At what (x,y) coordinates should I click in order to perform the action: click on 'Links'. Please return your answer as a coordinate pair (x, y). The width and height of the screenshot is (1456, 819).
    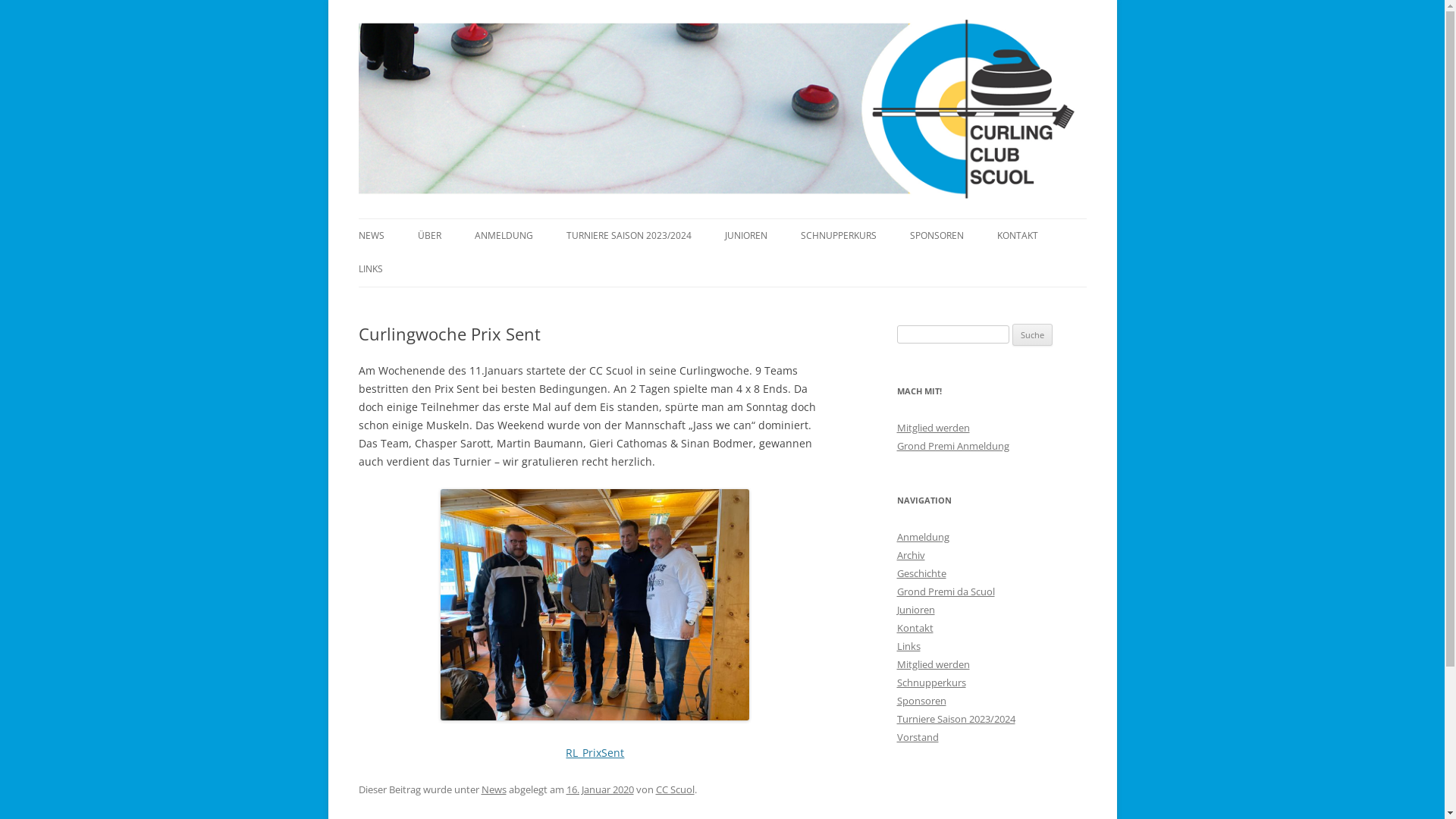
    Looking at the image, I should click on (908, 646).